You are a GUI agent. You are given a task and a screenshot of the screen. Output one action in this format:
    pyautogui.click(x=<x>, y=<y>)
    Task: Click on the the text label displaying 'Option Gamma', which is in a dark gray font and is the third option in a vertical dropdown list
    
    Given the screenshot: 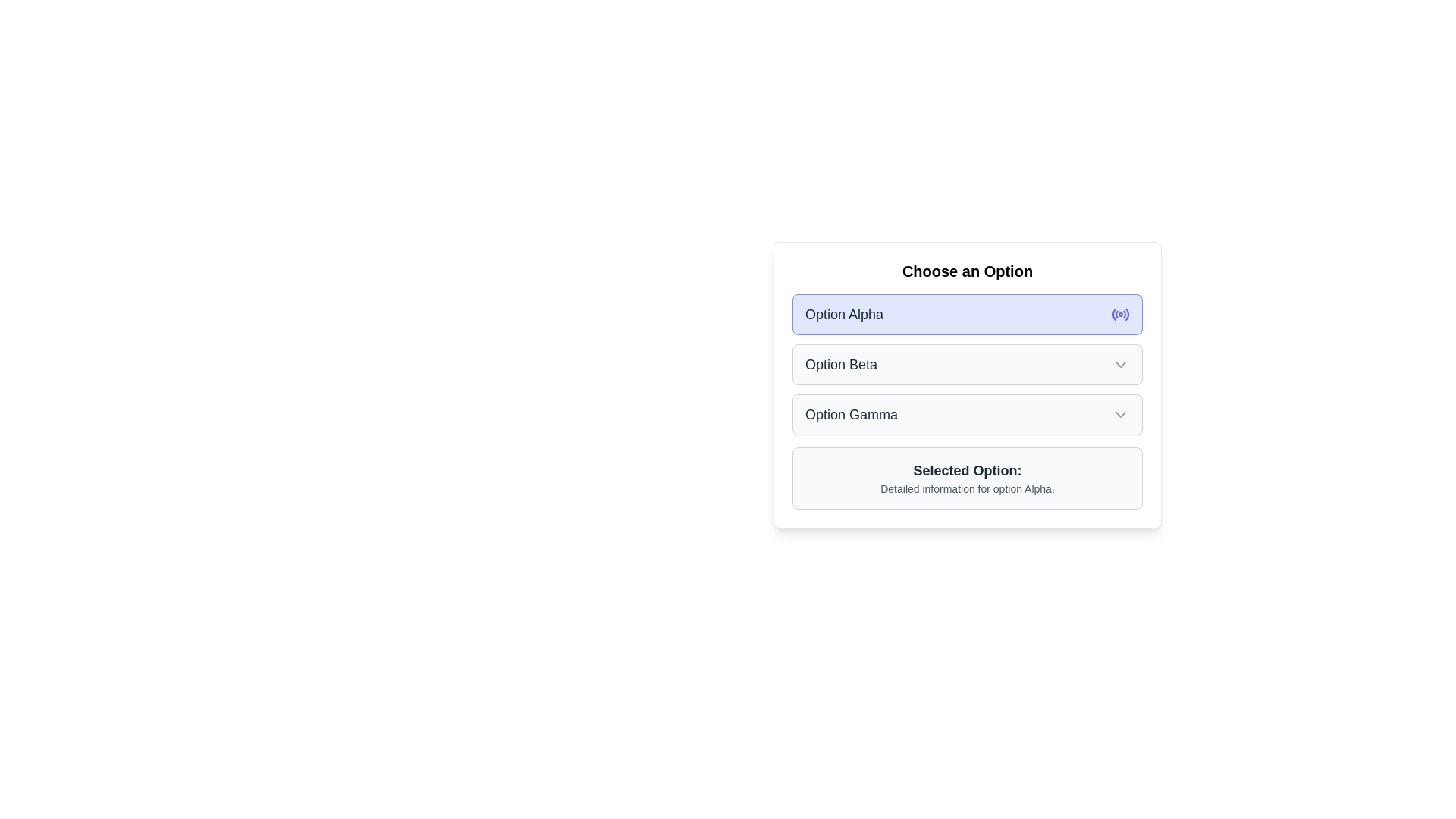 What is the action you would take?
    pyautogui.click(x=852, y=415)
    